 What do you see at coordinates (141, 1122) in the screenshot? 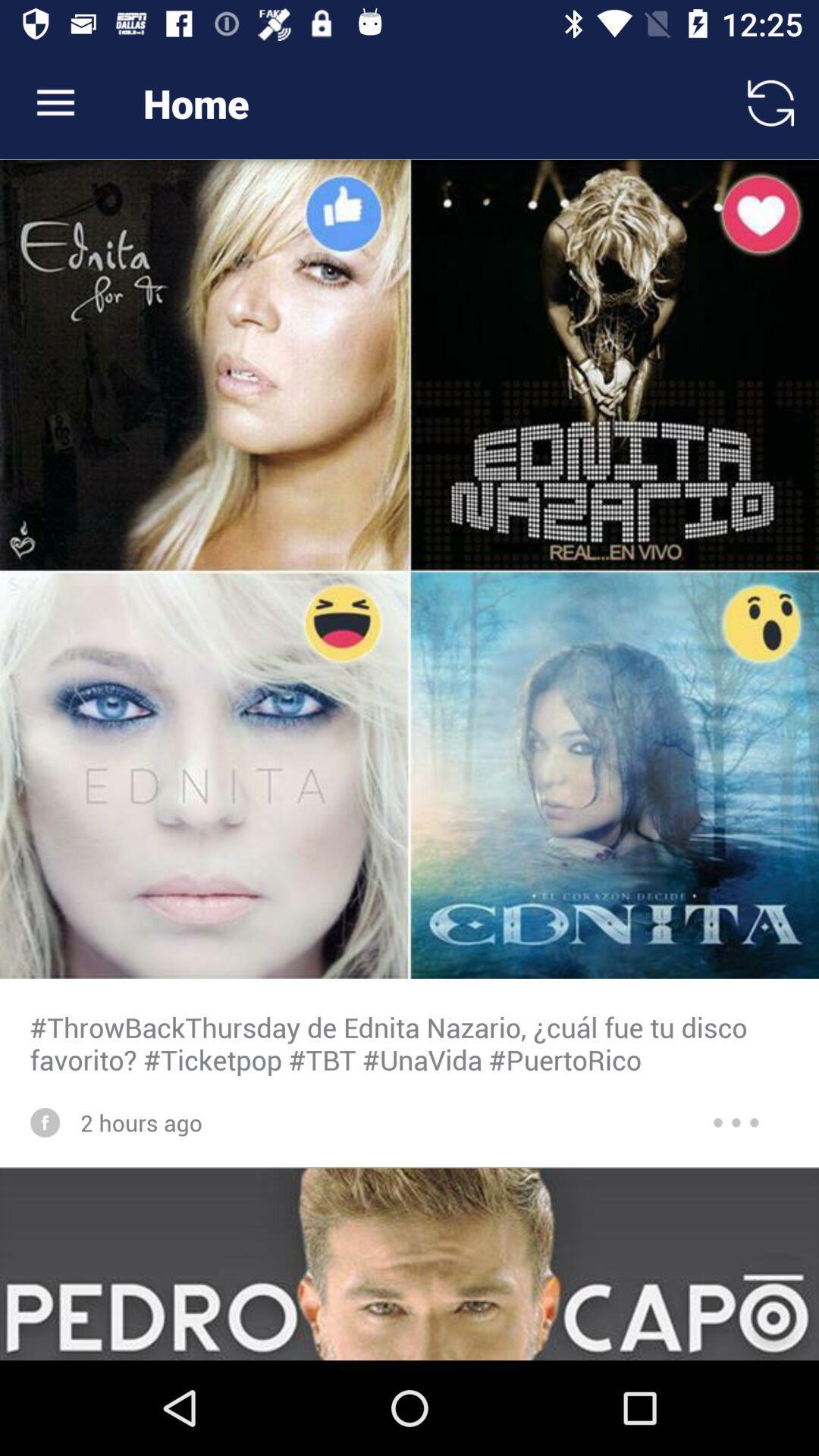
I see `the 2 hours ago` at bounding box center [141, 1122].